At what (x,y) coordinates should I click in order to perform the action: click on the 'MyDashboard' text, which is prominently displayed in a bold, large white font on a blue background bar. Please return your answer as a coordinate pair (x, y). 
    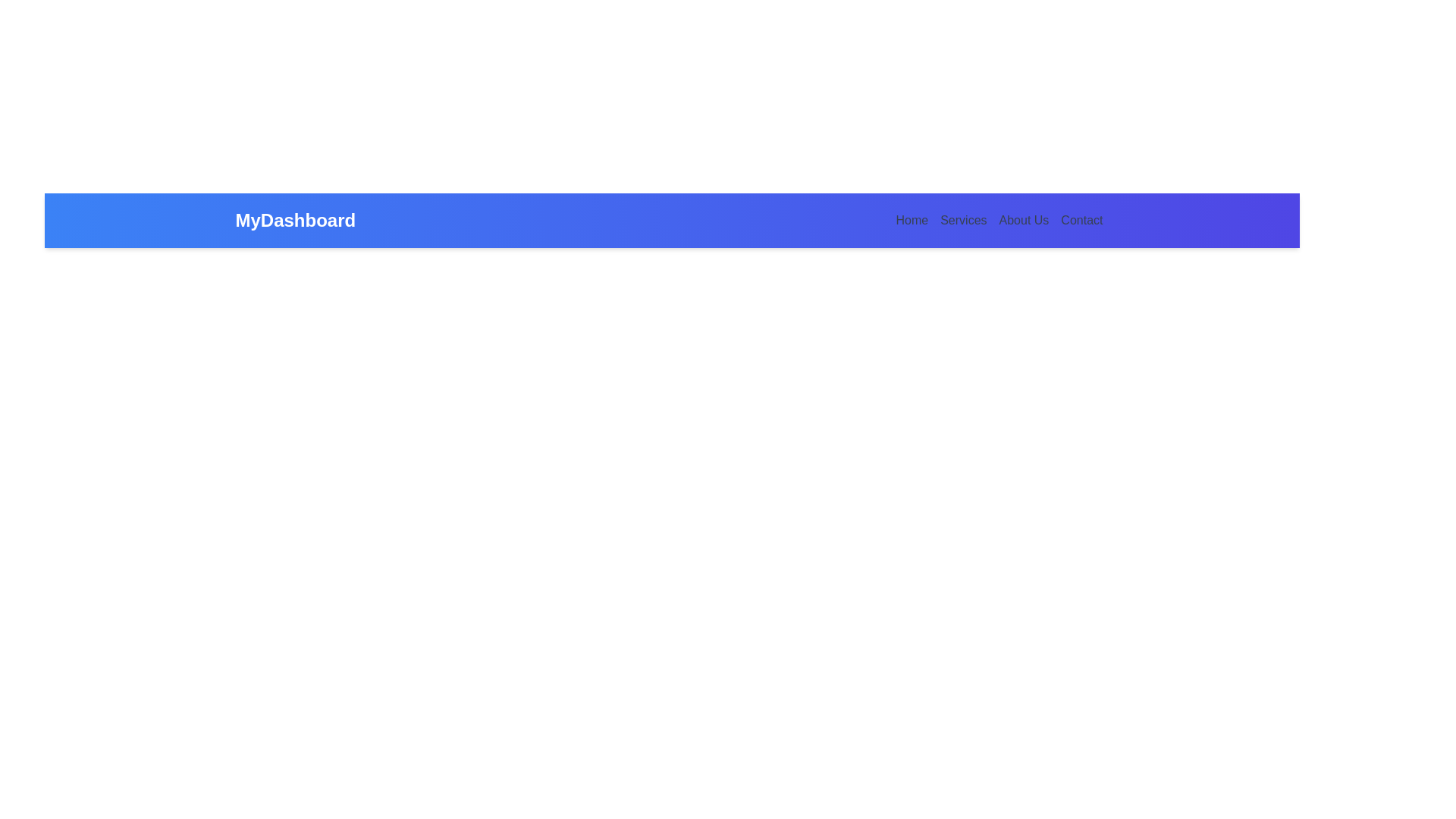
    Looking at the image, I should click on (295, 220).